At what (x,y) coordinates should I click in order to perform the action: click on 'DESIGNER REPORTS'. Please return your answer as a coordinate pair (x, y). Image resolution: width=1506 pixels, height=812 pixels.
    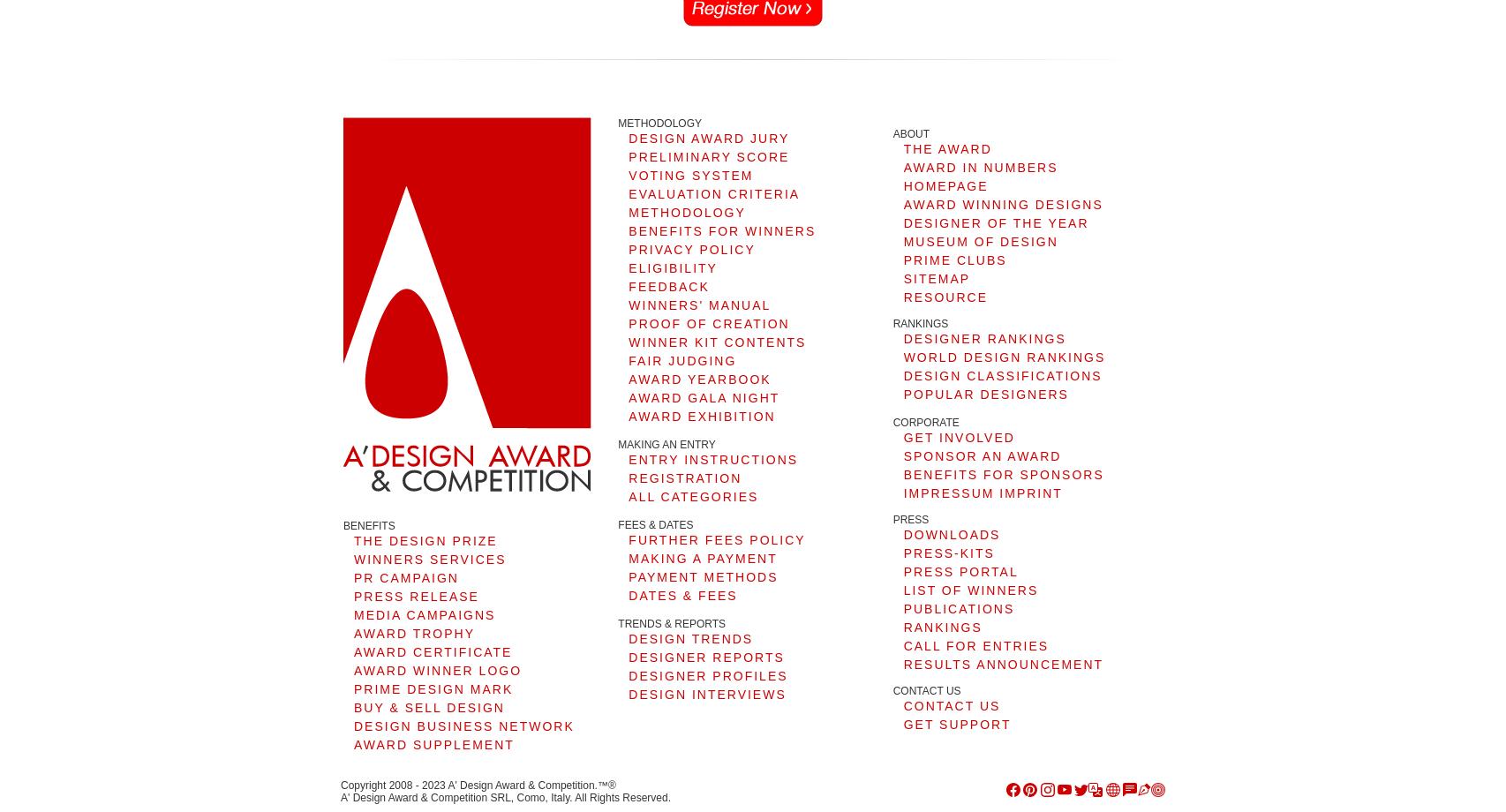
    Looking at the image, I should click on (704, 657).